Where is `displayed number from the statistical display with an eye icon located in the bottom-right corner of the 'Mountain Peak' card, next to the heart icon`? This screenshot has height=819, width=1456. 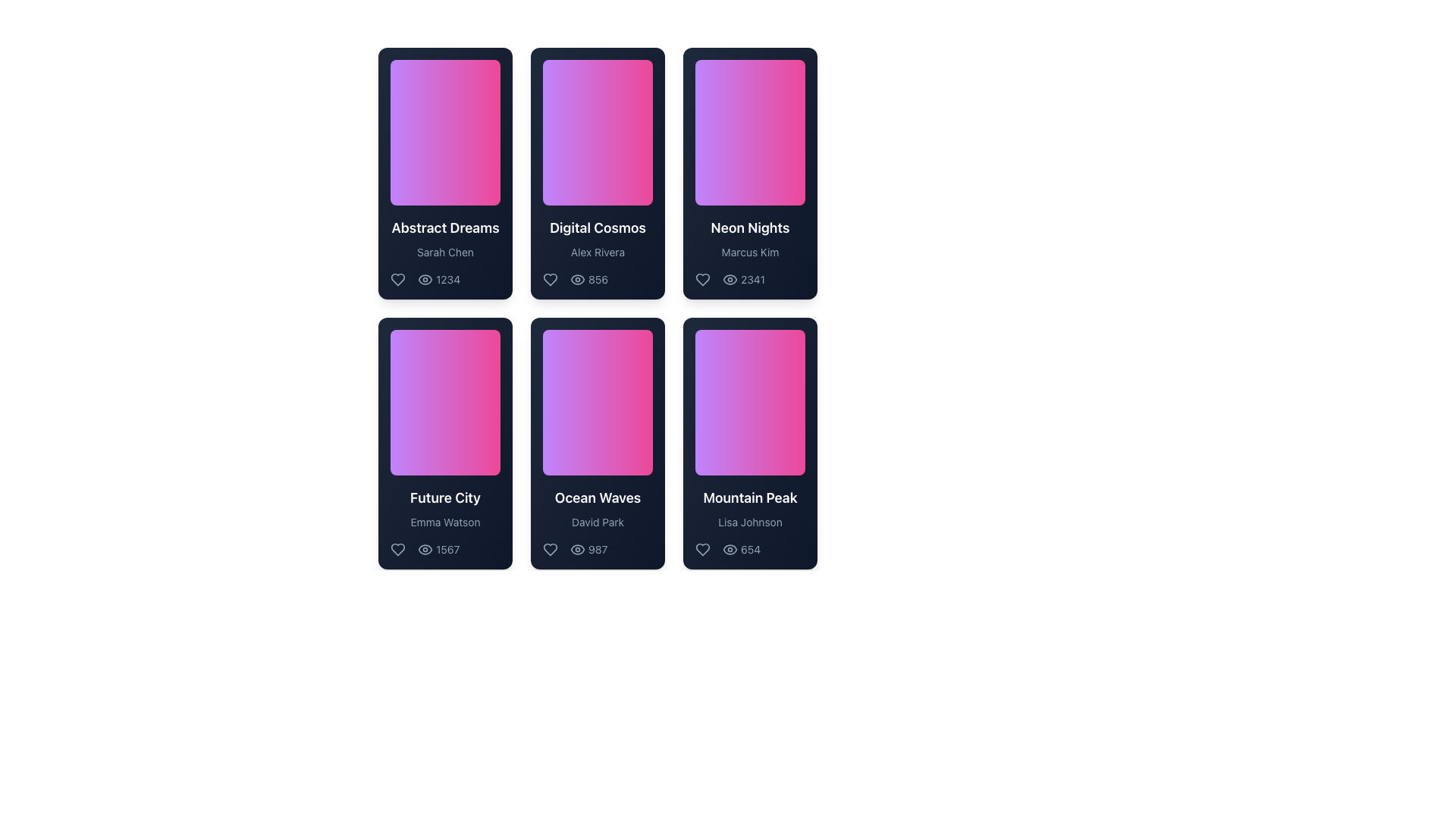
displayed number from the statistical display with an eye icon located in the bottom-right corner of the 'Mountain Peak' card, next to the heart icon is located at coordinates (728, 550).